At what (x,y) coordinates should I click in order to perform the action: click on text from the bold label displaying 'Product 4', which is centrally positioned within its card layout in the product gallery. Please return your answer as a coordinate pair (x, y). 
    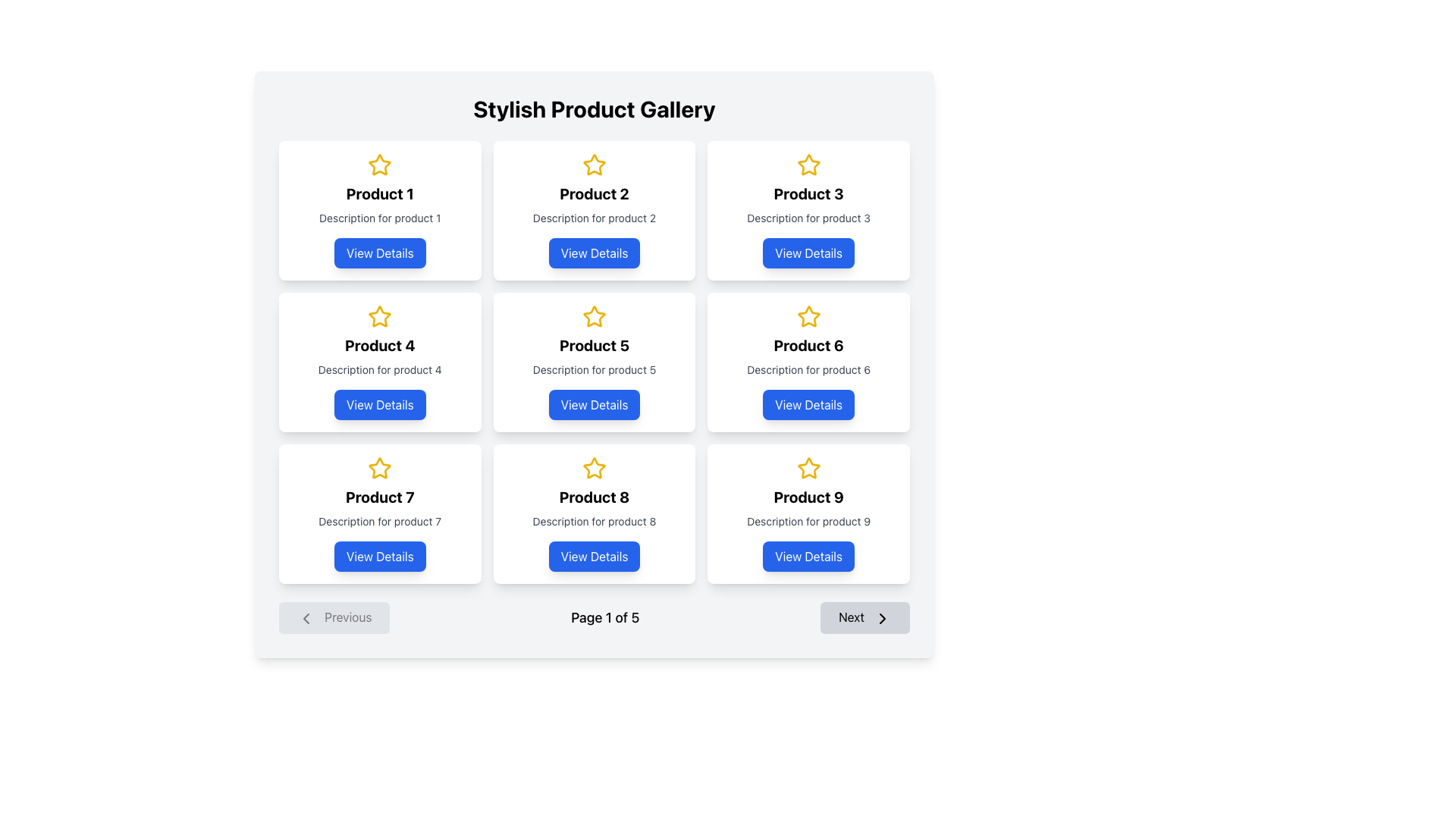
    Looking at the image, I should click on (380, 345).